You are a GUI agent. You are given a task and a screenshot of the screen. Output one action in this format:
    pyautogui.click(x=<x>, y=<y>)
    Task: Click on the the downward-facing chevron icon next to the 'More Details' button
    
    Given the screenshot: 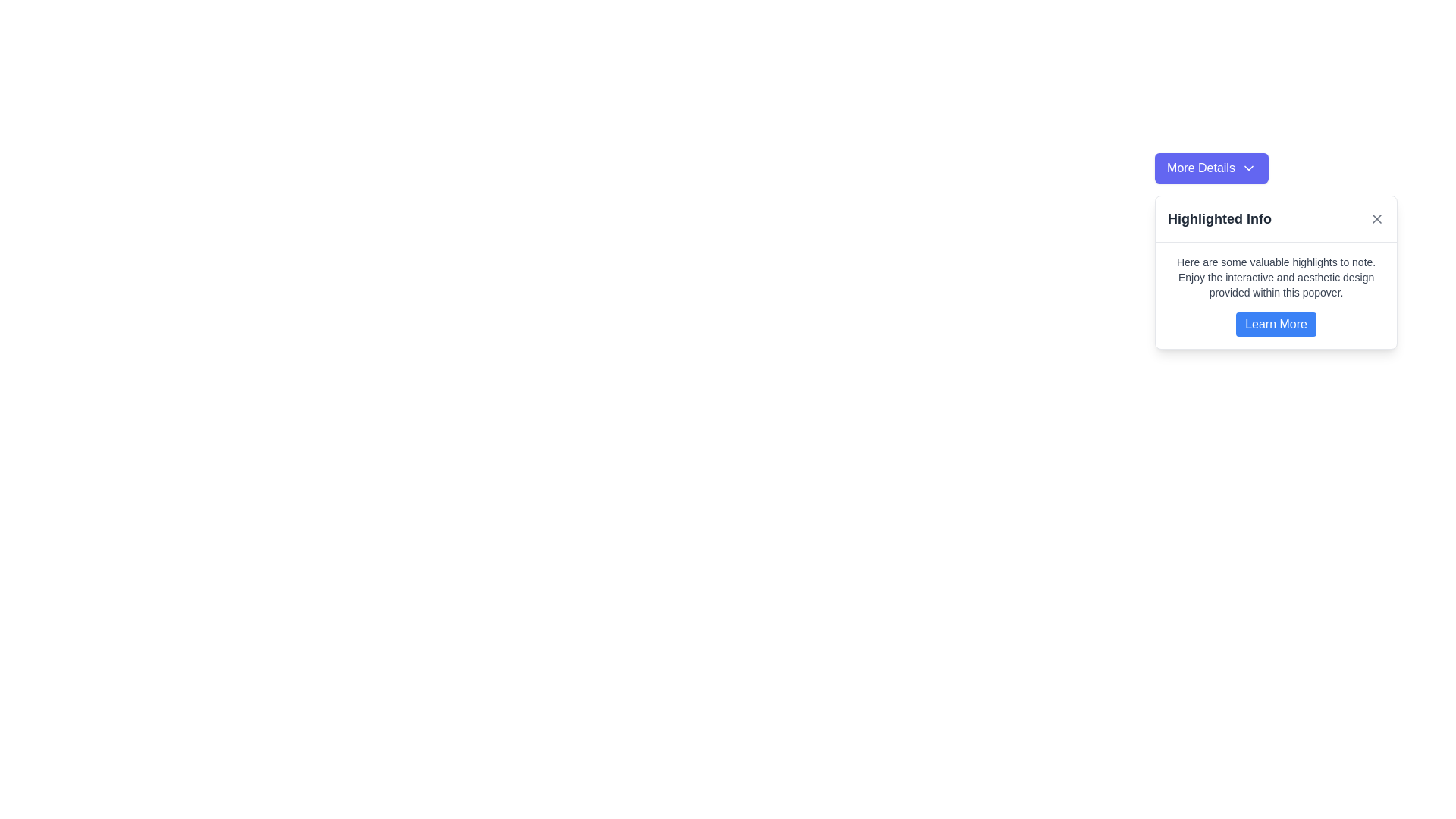 What is the action you would take?
    pyautogui.click(x=1248, y=168)
    